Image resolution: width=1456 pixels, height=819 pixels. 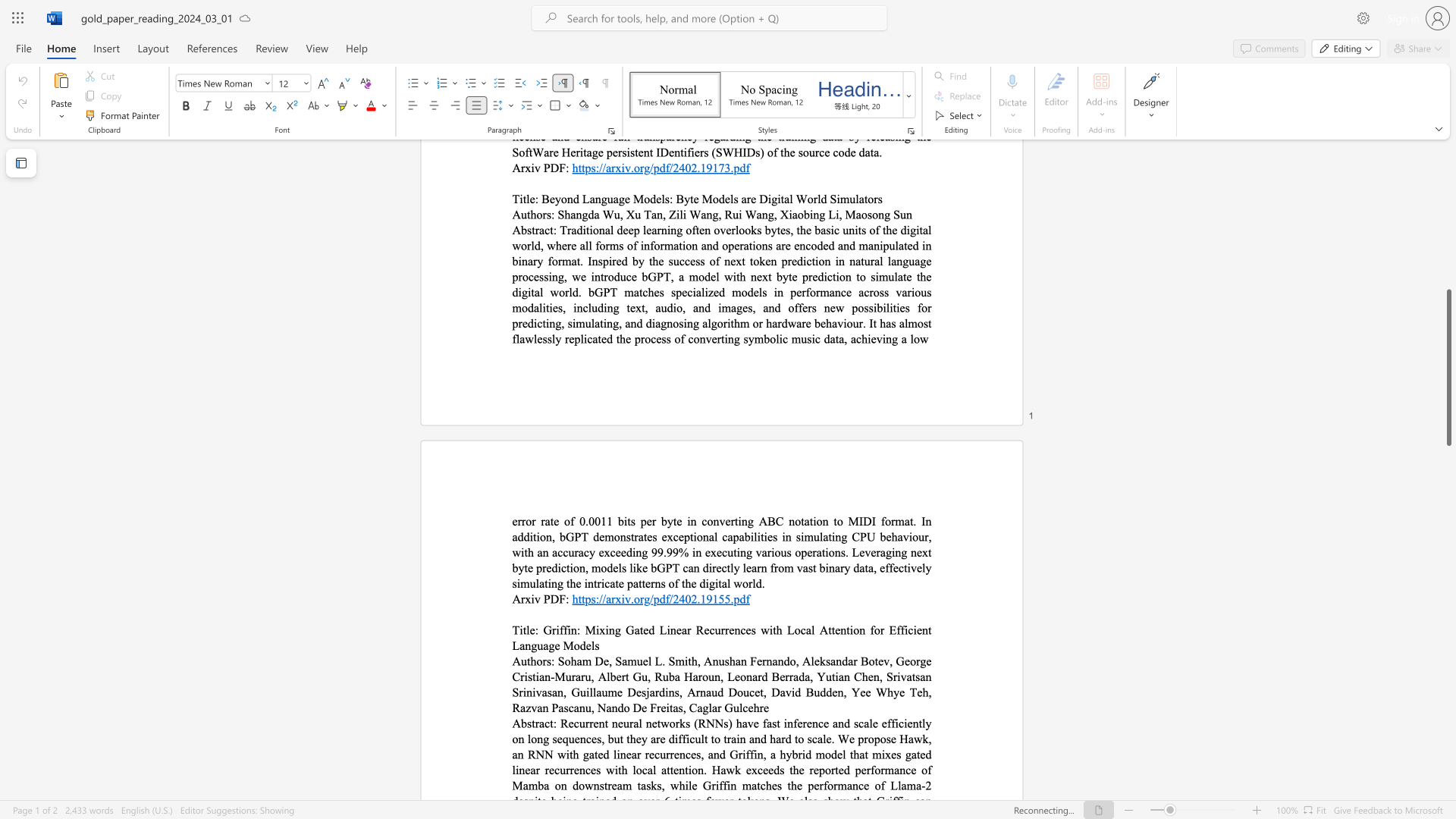 I want to click on the scrollbar to adjust the page upward, so click(x=1448, y=212).